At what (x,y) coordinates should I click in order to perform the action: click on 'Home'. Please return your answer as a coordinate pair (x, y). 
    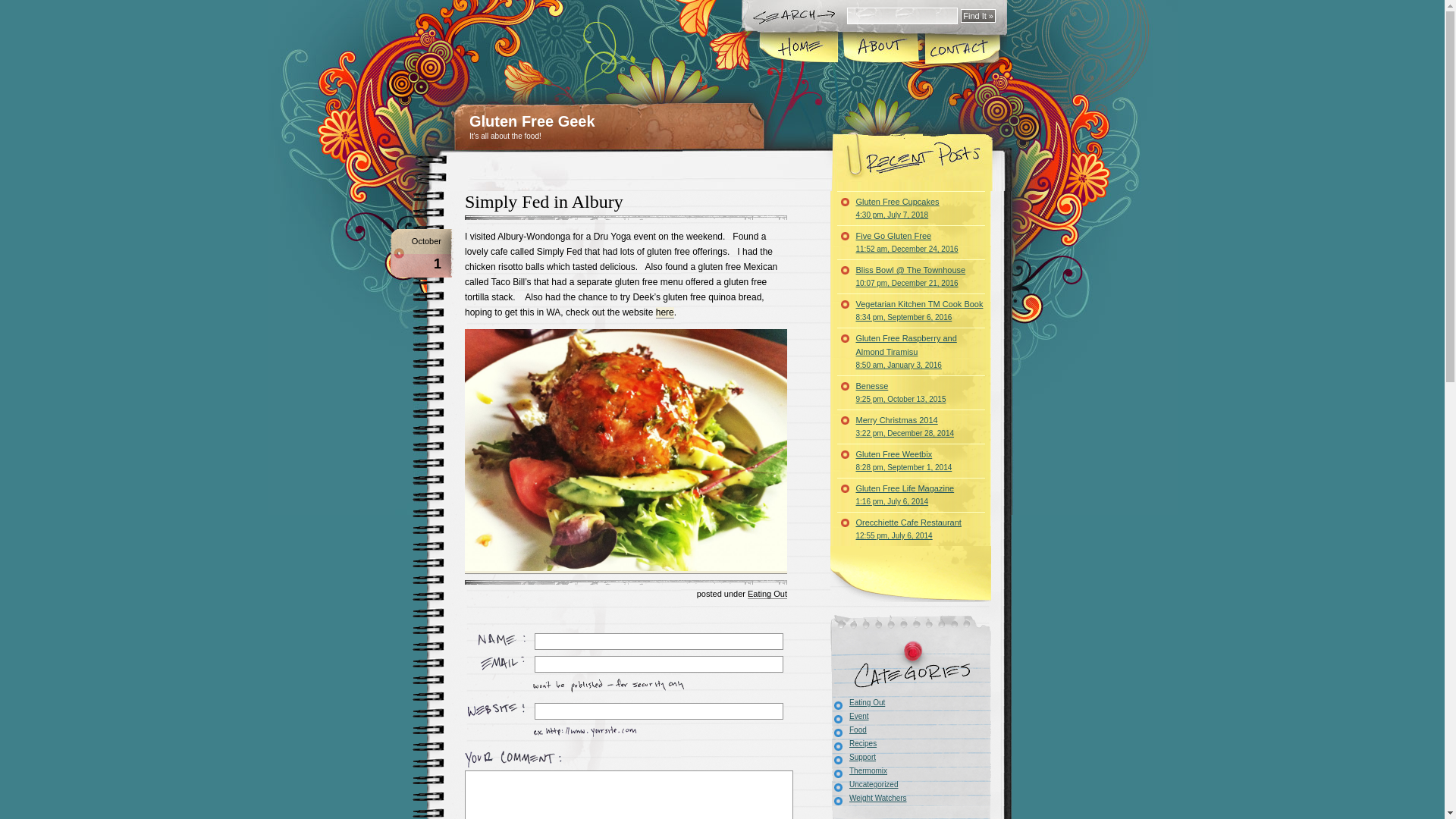
    Looking at the image, I should click on (799, 48).